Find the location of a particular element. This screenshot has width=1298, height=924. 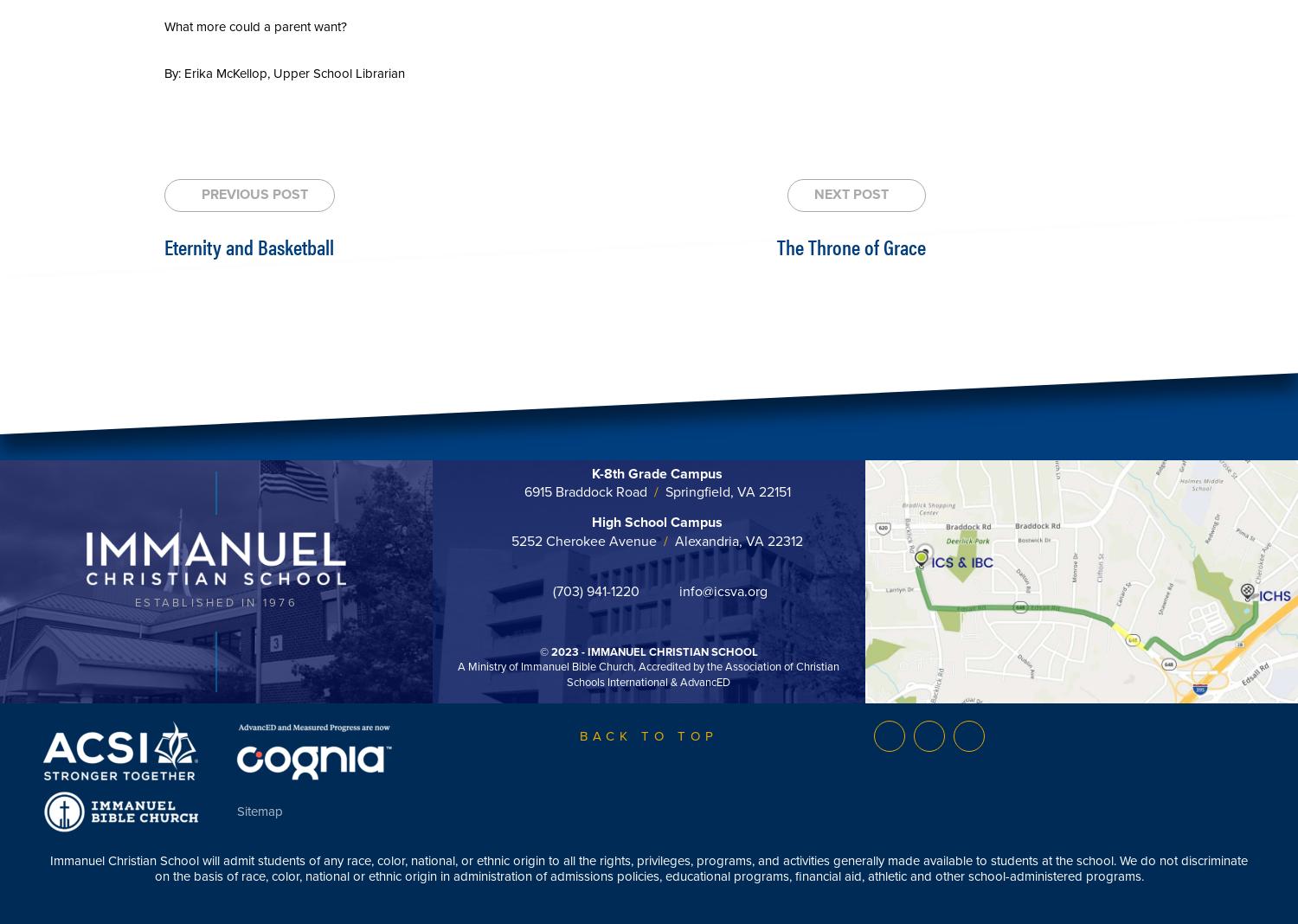

'Eternity and Basketball' is located at coordinates (247, 244).